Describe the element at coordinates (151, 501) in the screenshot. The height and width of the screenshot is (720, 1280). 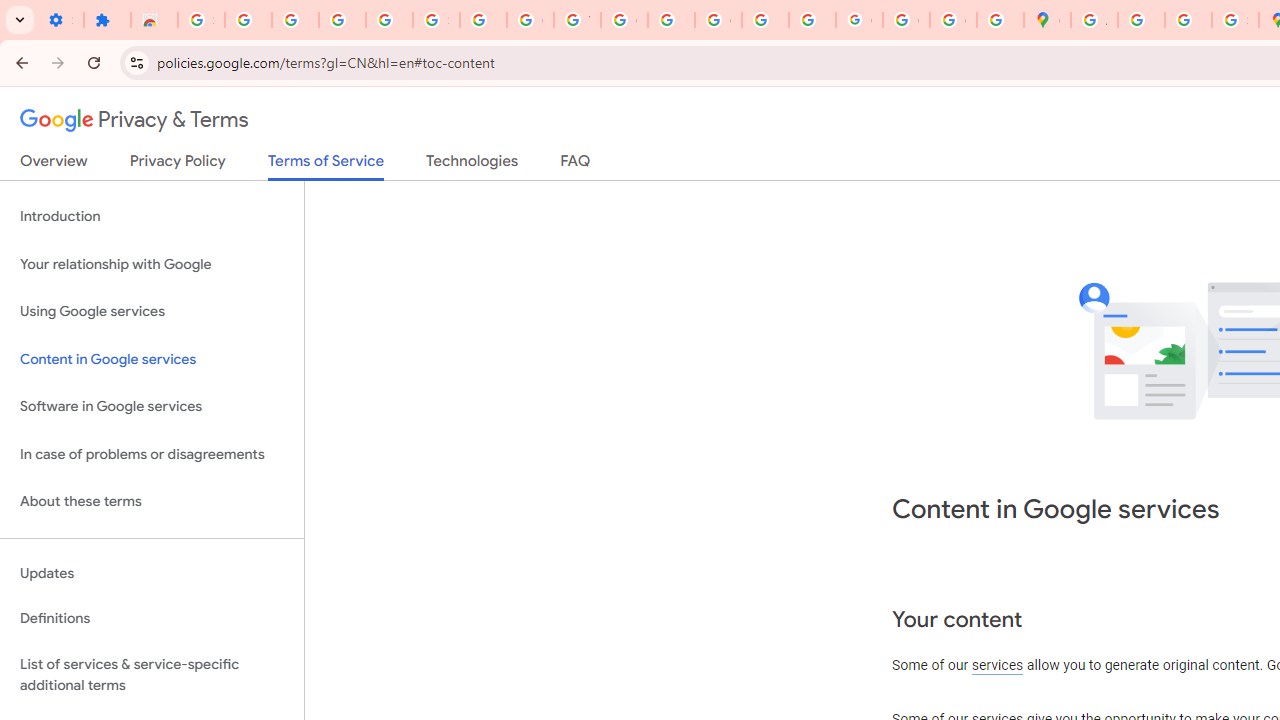
I see `'About these terms'` at that location.